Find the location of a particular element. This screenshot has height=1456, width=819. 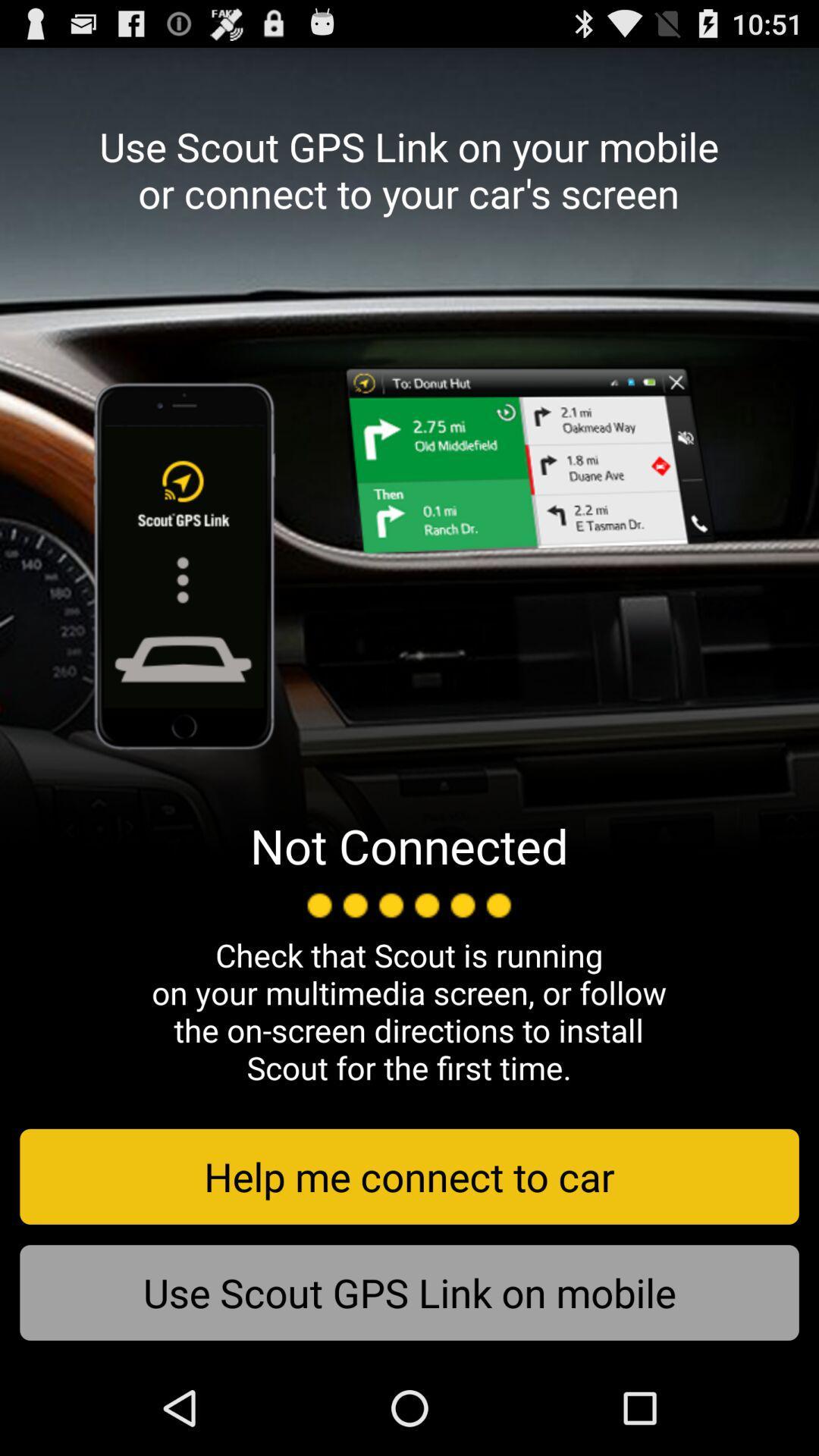

the help me connect button is located at coordinates (409, 1175).